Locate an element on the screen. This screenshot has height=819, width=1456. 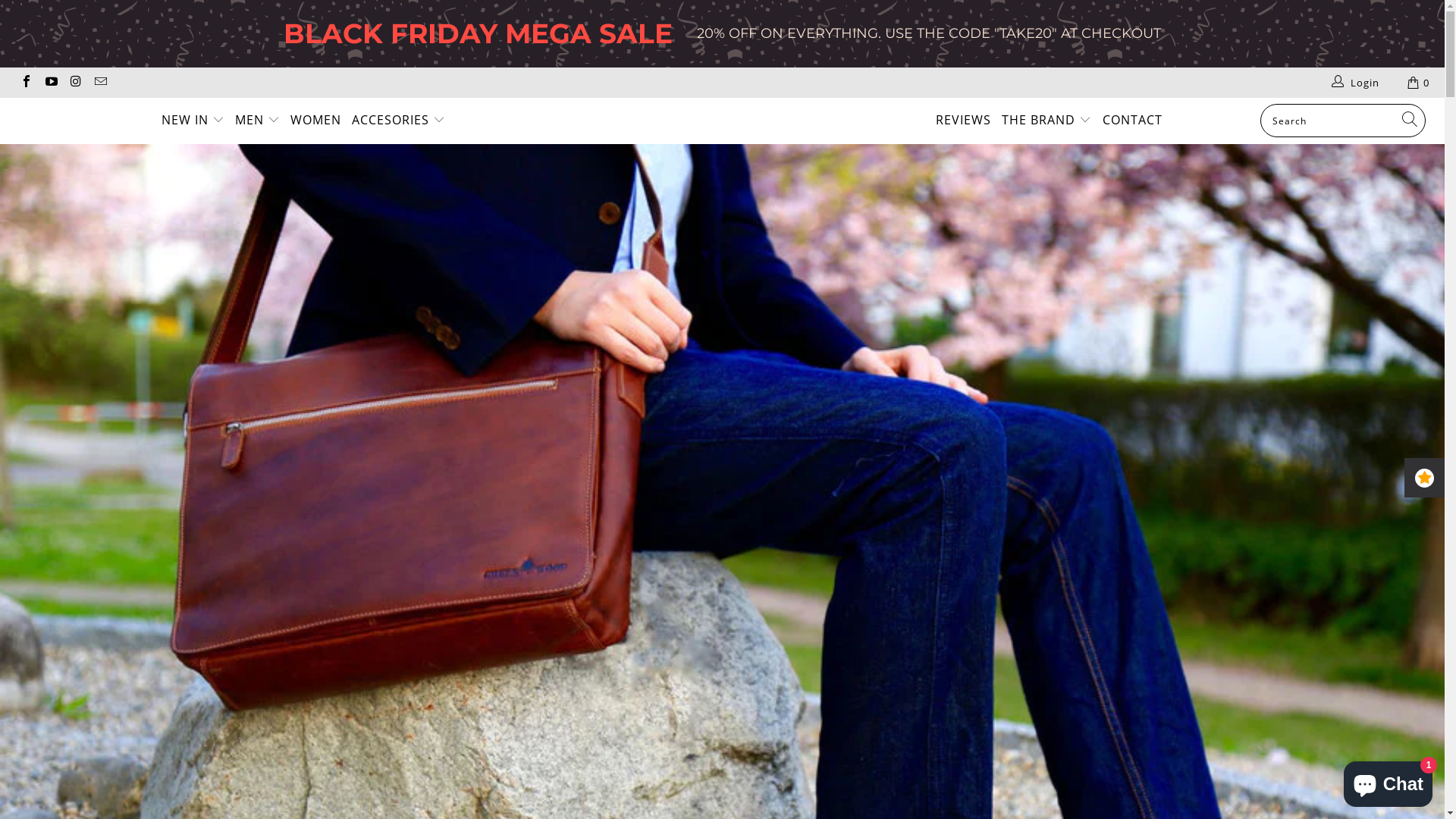
'Greenwood Leather on Instagram' is located at coordinates (74, 82).